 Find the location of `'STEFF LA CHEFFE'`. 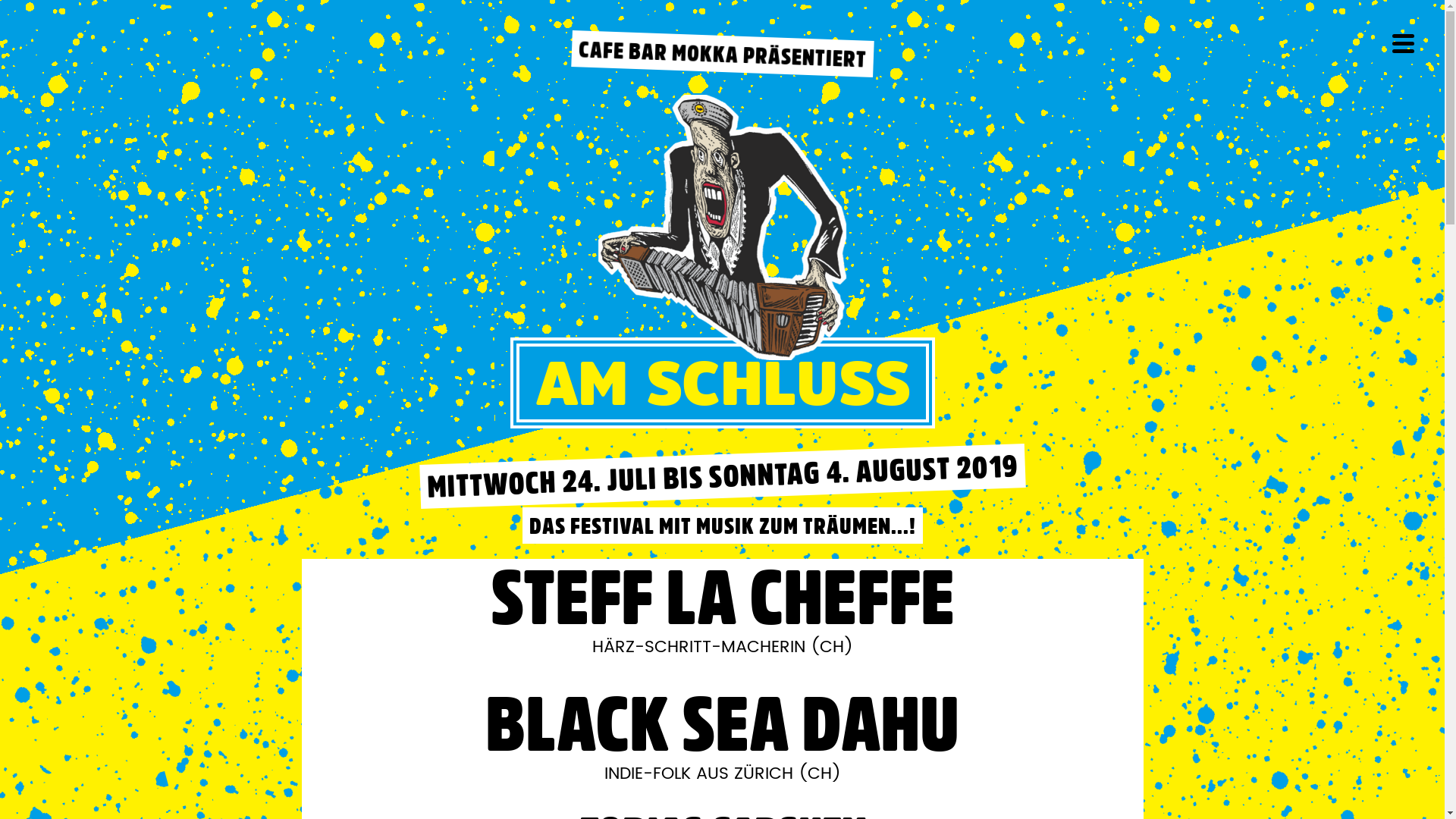

'STEFF LA CHEFFE' is located at coordinates (722, 595).